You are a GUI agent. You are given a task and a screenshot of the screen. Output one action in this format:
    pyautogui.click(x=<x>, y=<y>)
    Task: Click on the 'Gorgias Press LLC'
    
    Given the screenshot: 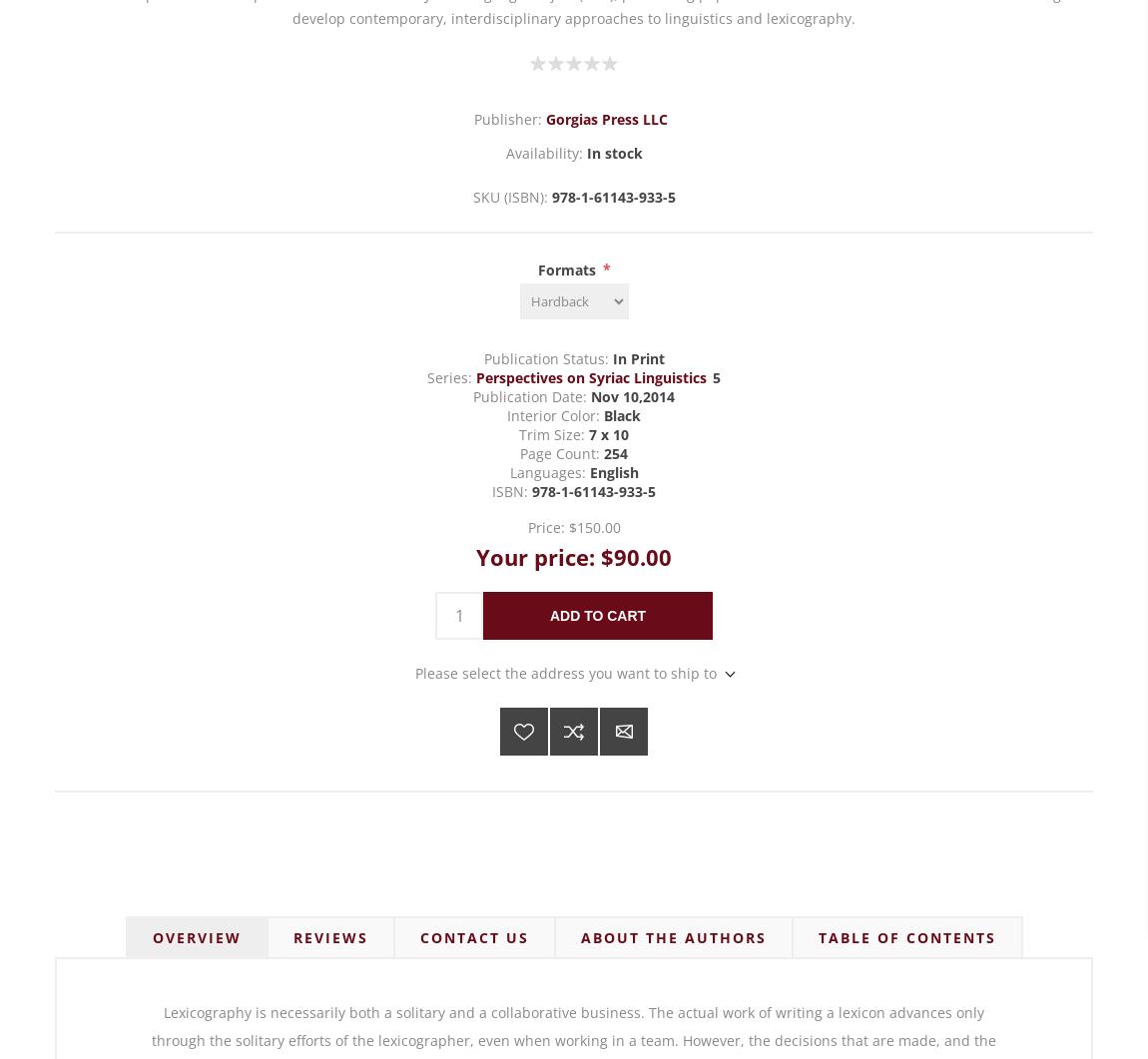 What is the action you would take?
    pyautogui.click(x=606, y=118)
    